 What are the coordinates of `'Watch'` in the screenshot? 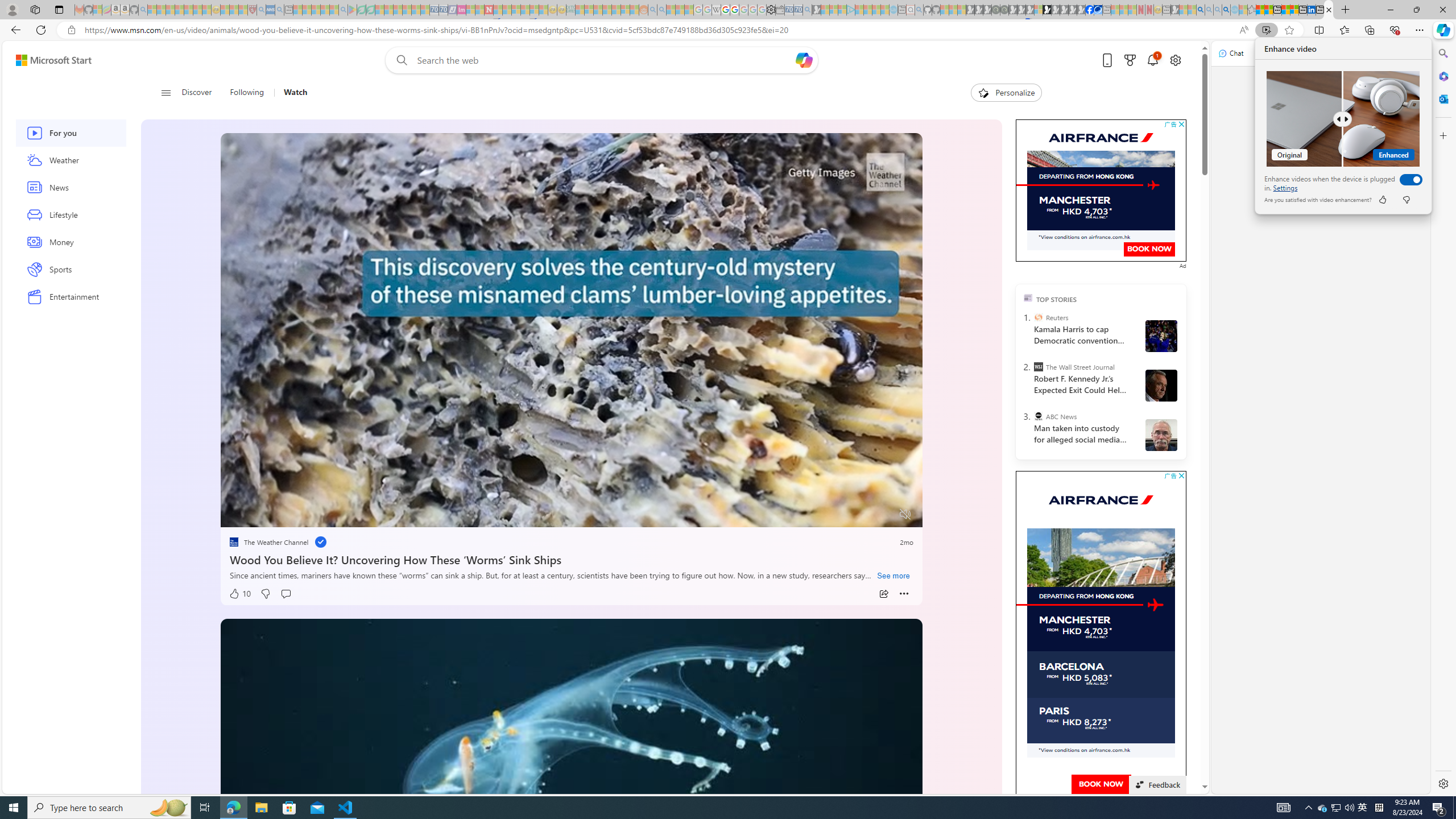 It's located at (289, 92).